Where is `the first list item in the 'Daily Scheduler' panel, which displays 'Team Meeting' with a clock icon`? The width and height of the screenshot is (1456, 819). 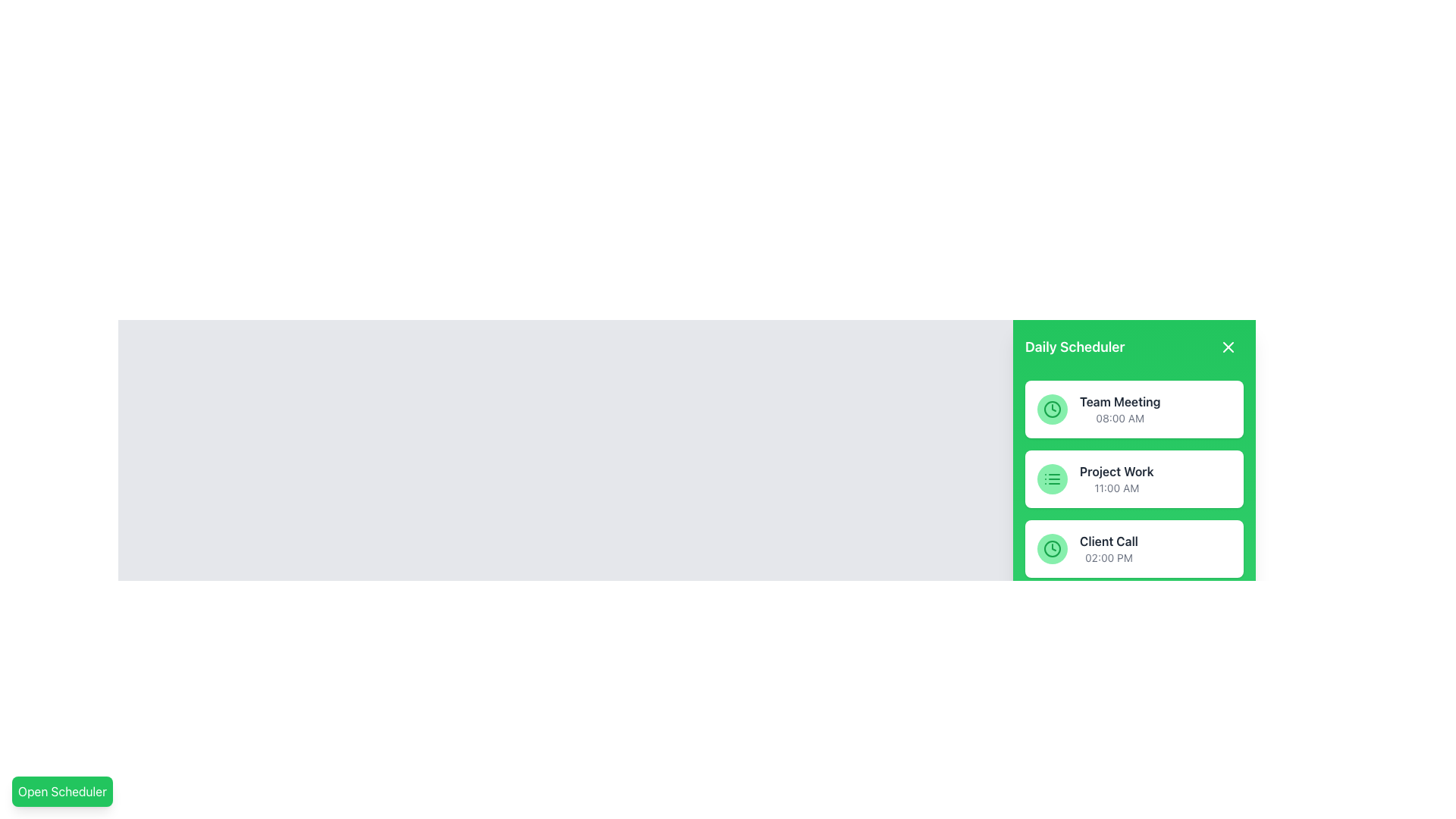
the first list item in the 'Daily Scheduler' panel, which displays 'Team Meeting' with a clock icon is located at coordinates (1134, 409).